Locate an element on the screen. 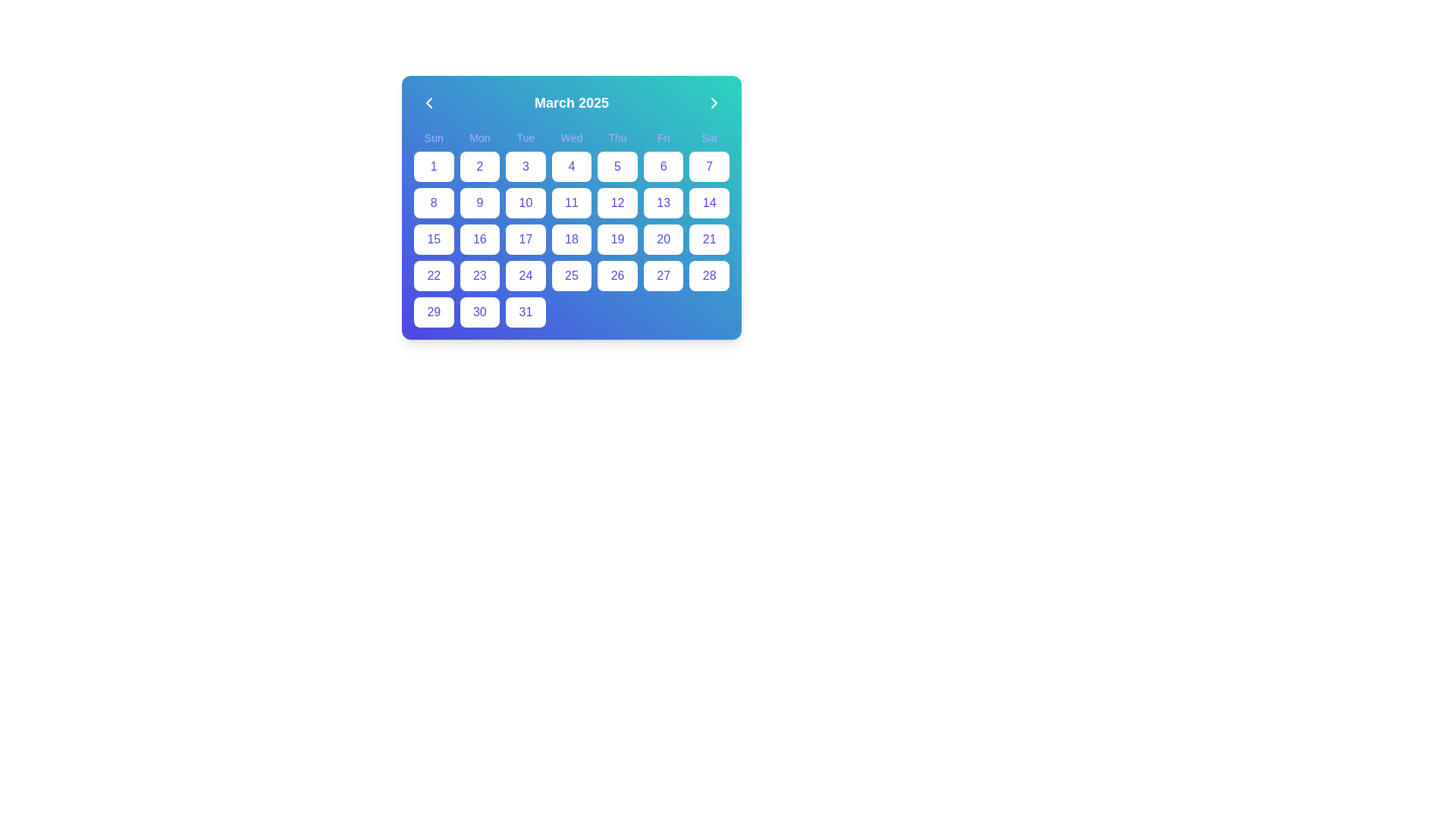  the button representing the 25th day in the calendar month to apply a ring effect is located at coordinates (570, 275).